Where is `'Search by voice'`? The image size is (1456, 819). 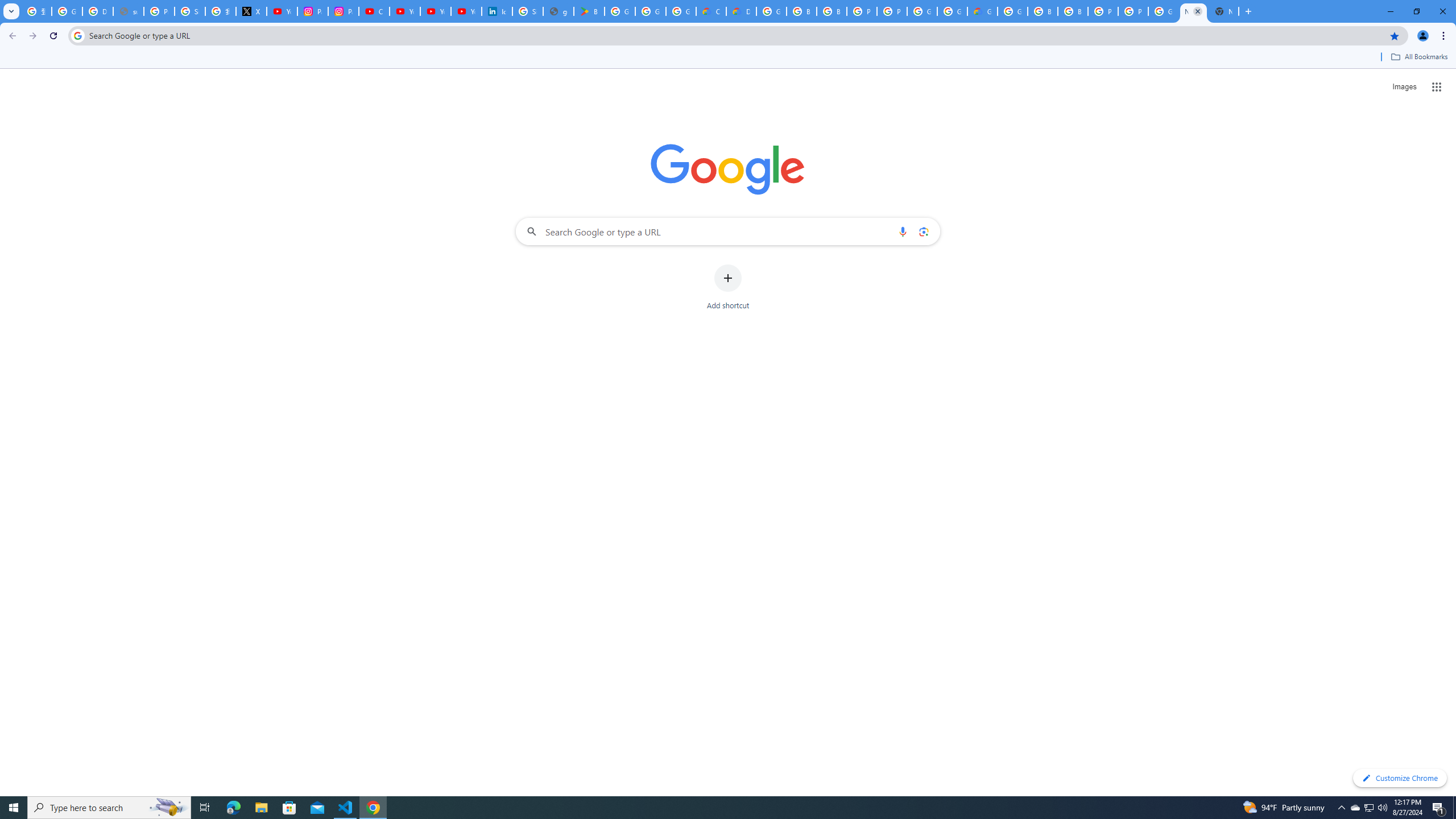
'Search by voice' is located at coordinates (902, 230).